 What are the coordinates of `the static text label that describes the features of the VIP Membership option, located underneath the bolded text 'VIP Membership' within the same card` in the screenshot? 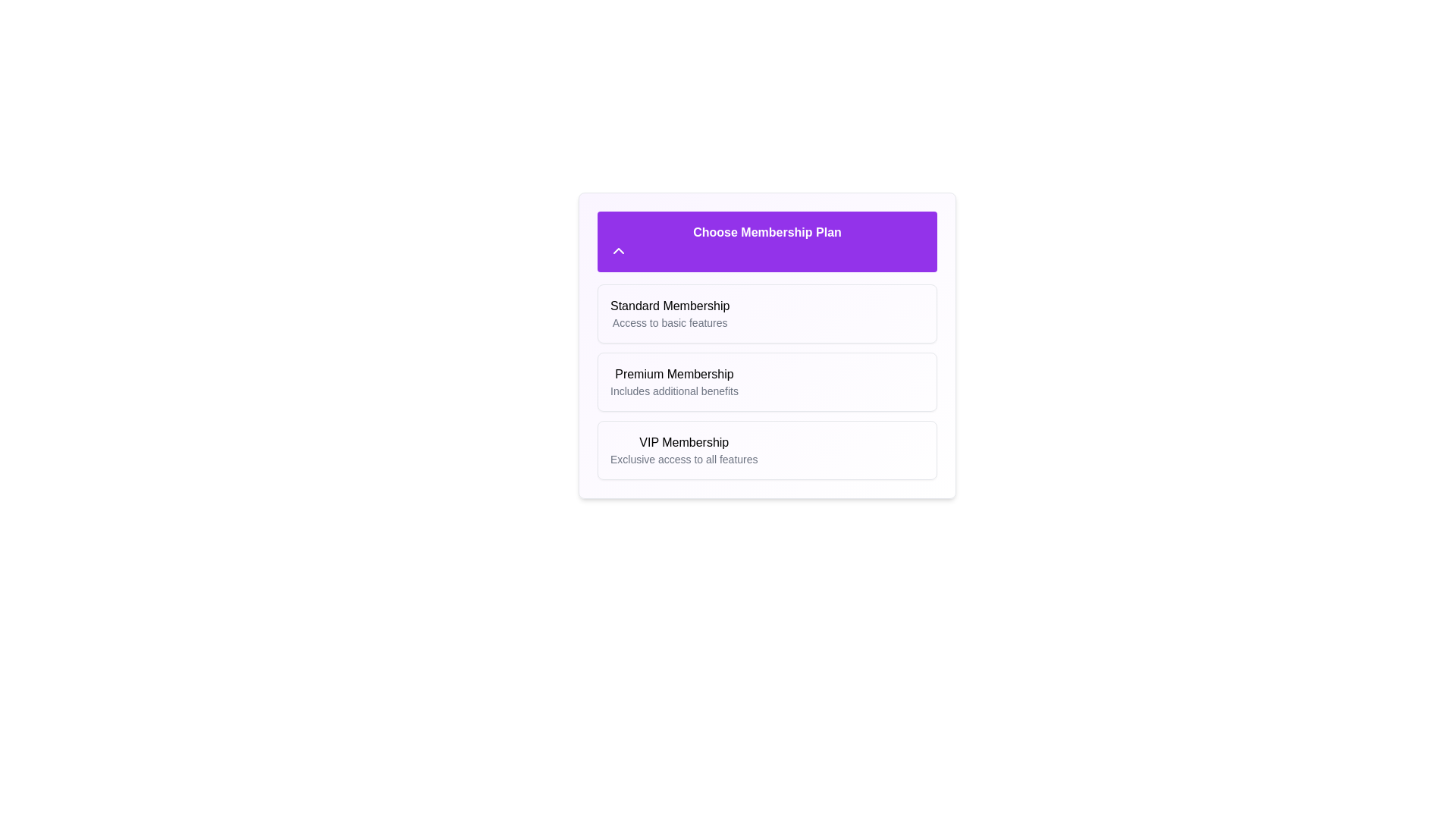 It's located at (683, 458).